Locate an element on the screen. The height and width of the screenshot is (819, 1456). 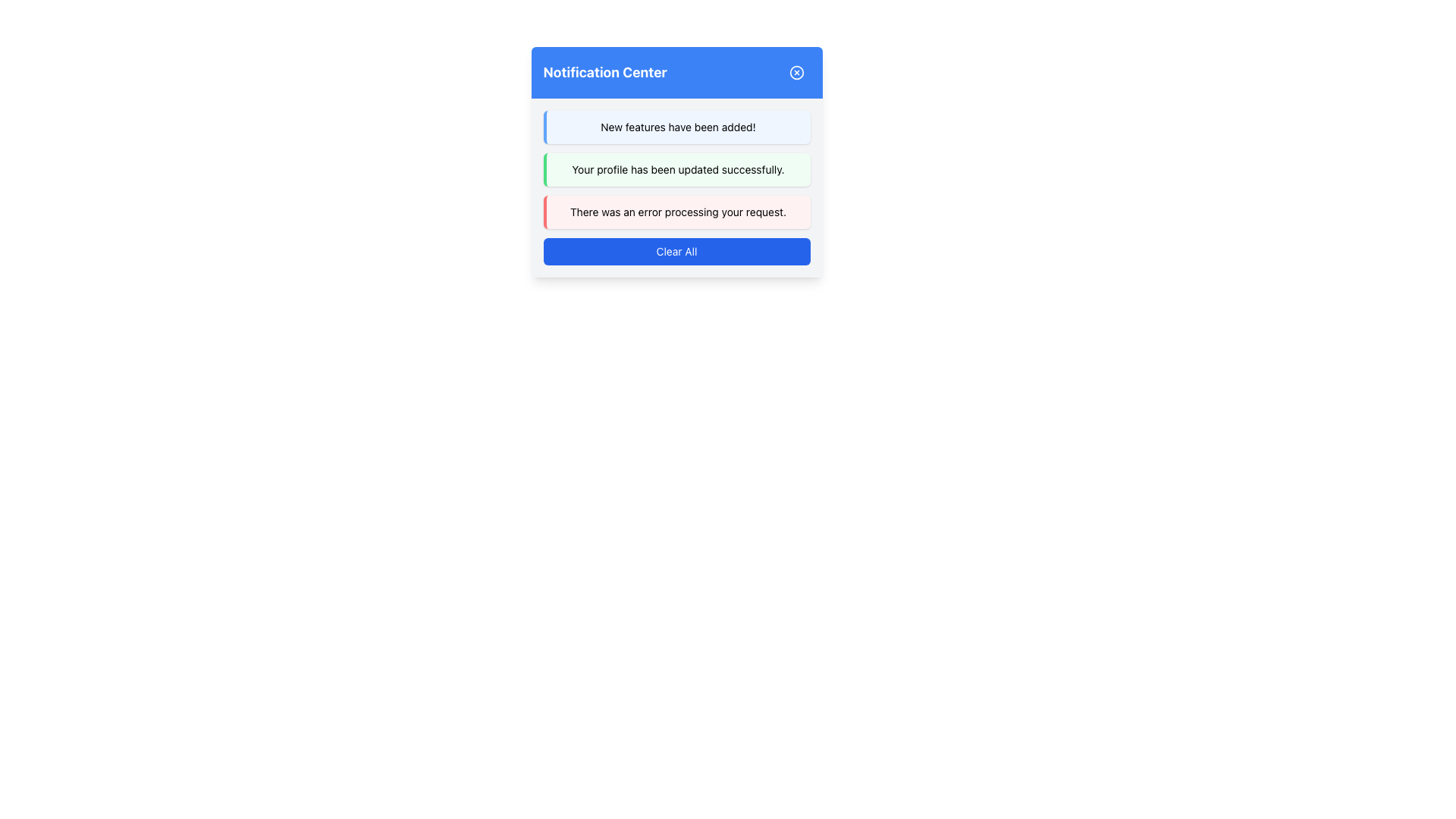
first notification message stating 'New features have been added!' located inside the rounded notification box with a blue left border in the Notification Center is located at coordinates (677, 127).